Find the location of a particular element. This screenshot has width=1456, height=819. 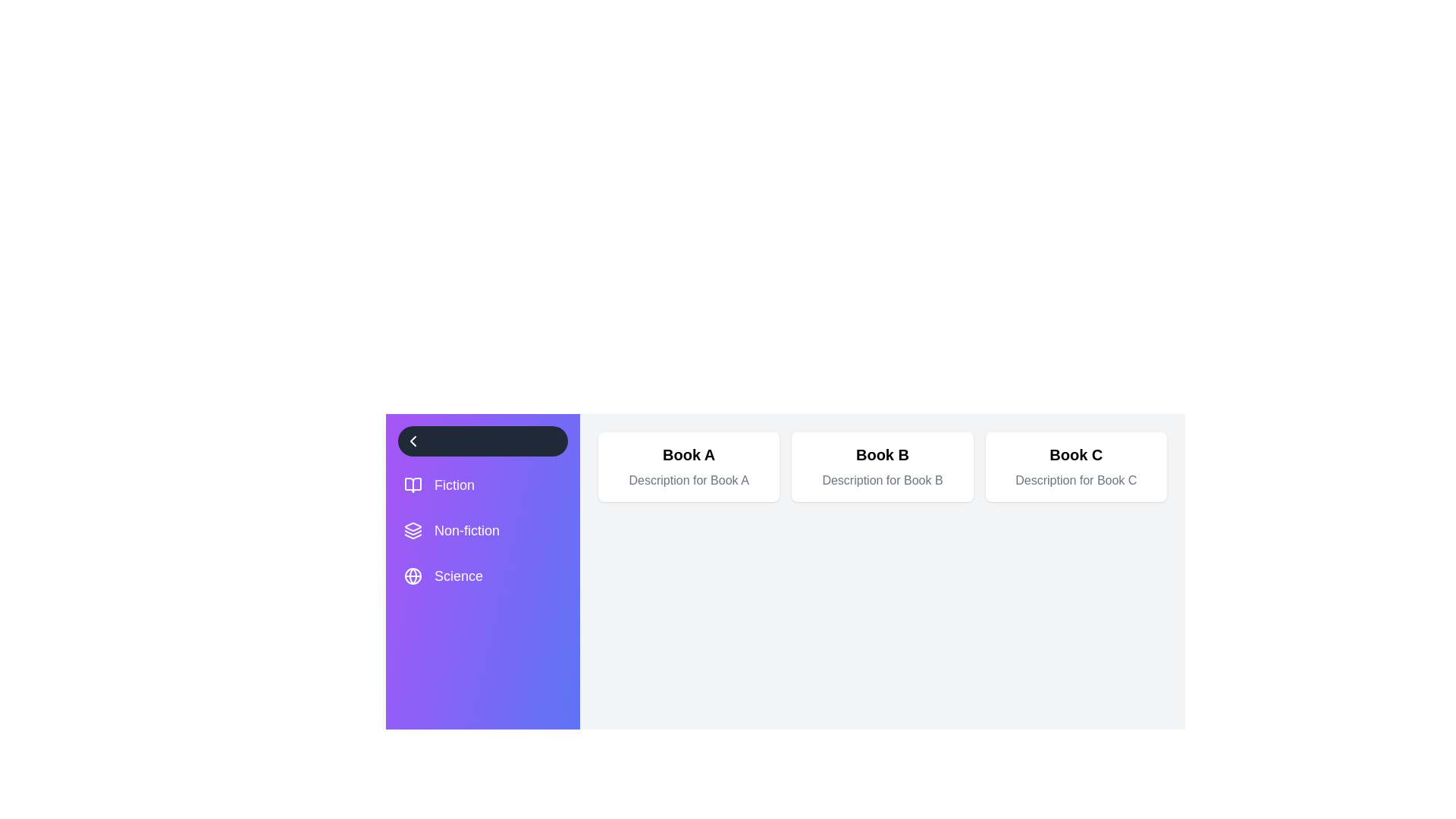

the category Non-fiction to view its hover effect is located at coordinates (482, 529).